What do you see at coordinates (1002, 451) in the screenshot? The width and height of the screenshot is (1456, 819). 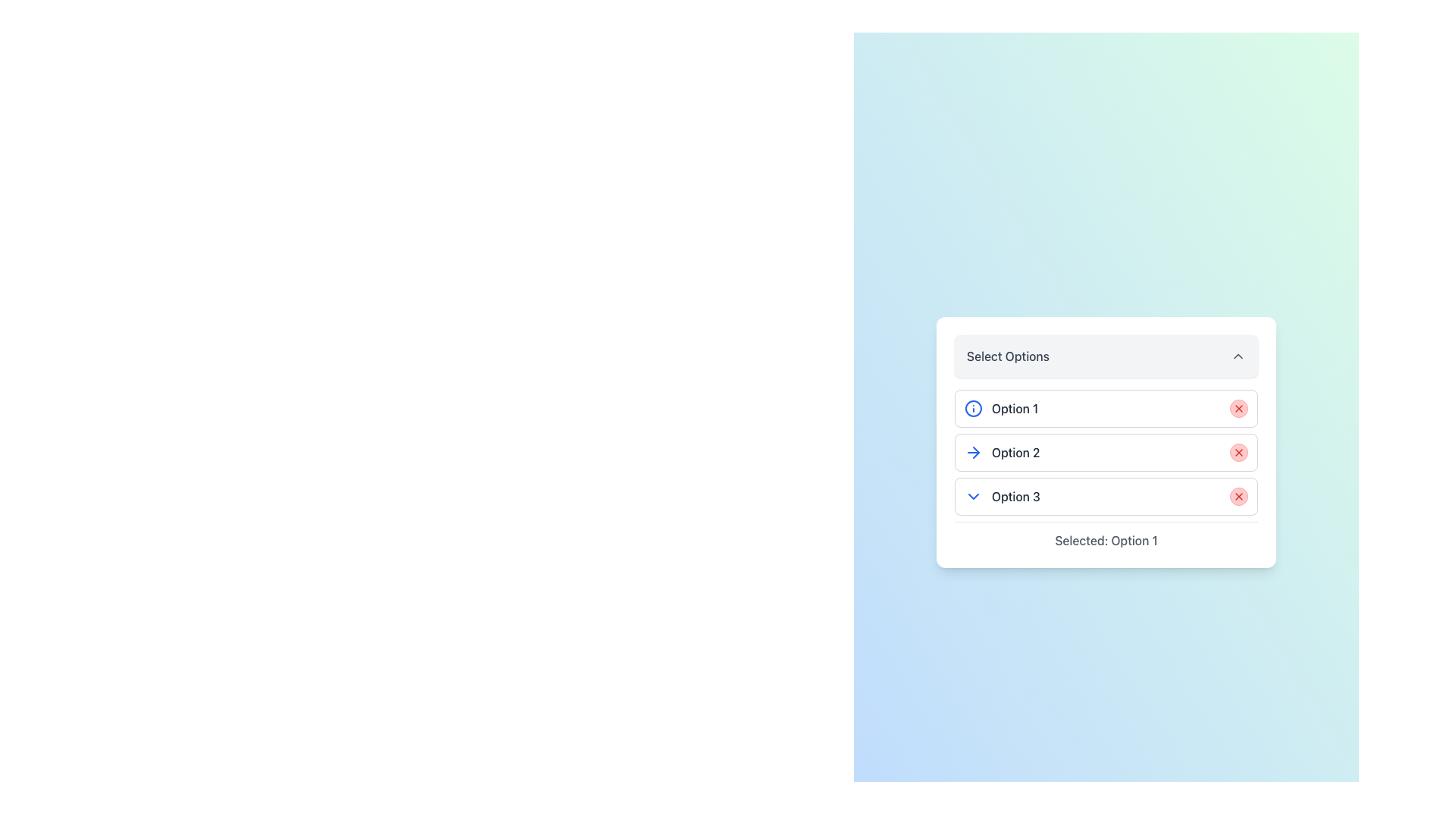 I see `the 'Option 2' list item which has a text label and a blue arrow icon pointing to the right` at bounding box center [1002, 451].